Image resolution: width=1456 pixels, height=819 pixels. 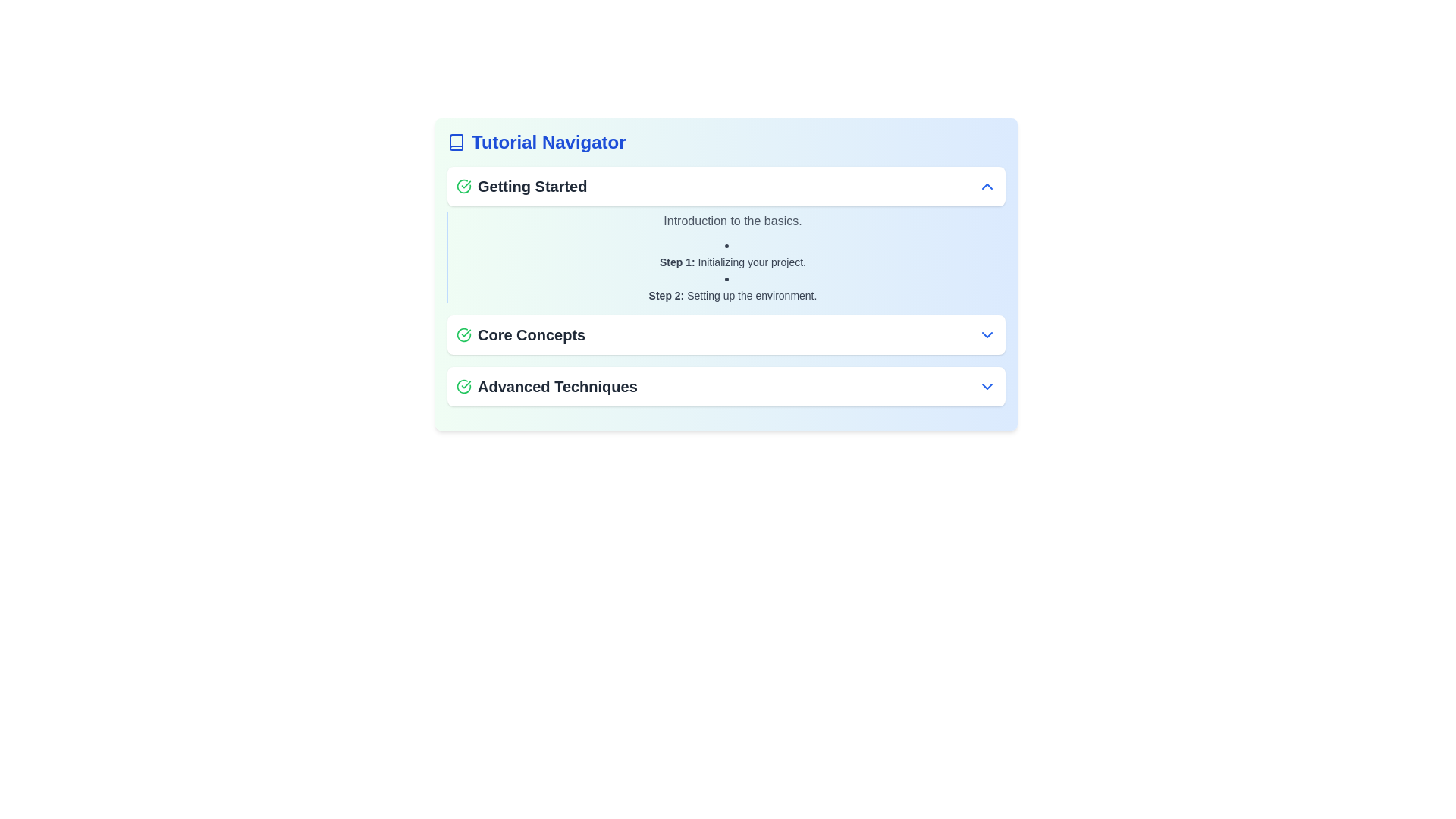 What do you see at coordinates (522, 186) in the screenshot?
I see `the 'Getting Started' text element with a green checkmark icon, which serves as a header in the 'Tutorial Navigator' component` at bounding box center [522, 186].